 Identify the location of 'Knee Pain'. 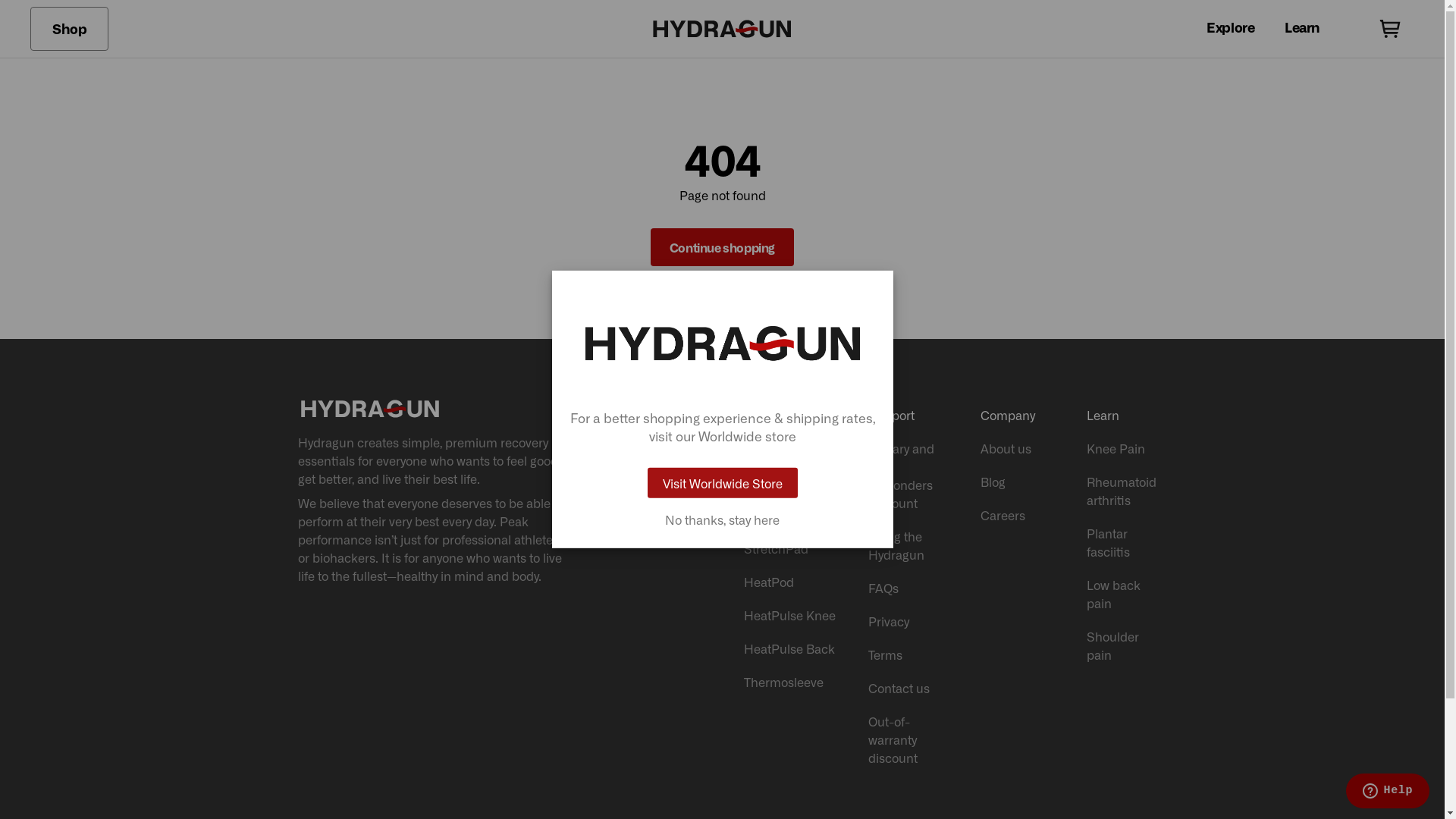
(1124, 447).